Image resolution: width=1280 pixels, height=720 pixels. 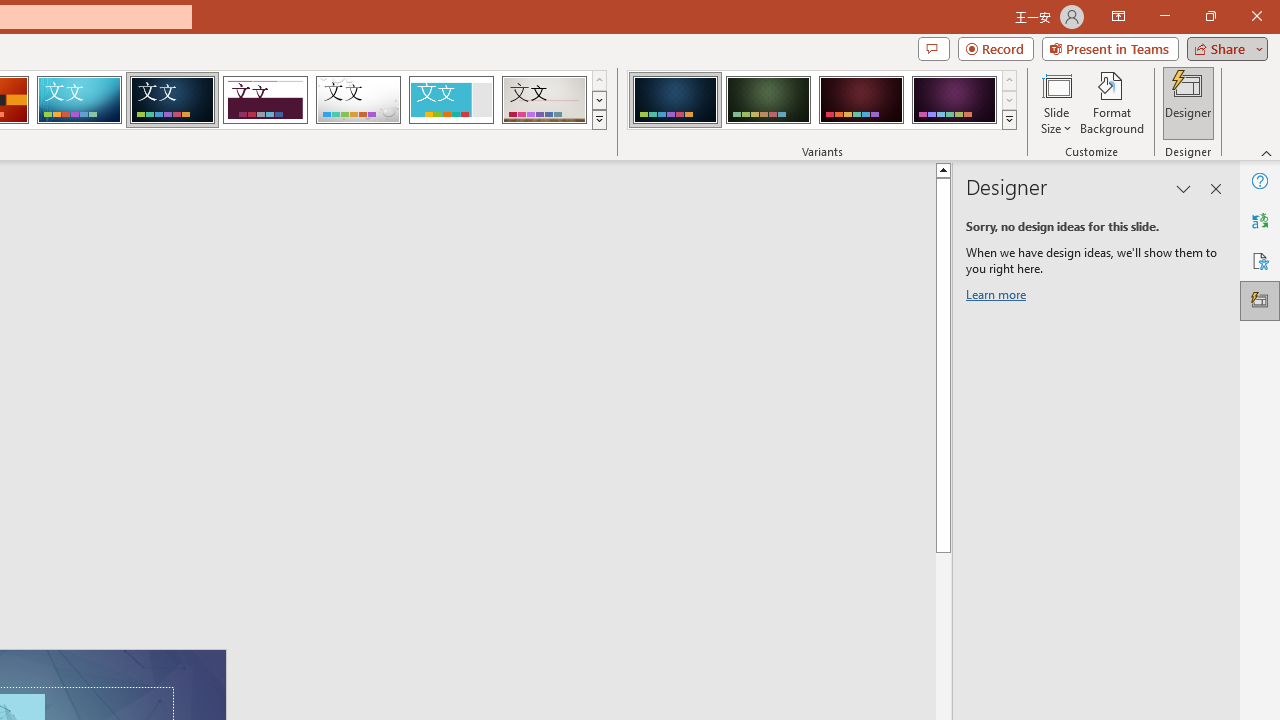 I want to click on 'Themes', so click(x=598, y=120).